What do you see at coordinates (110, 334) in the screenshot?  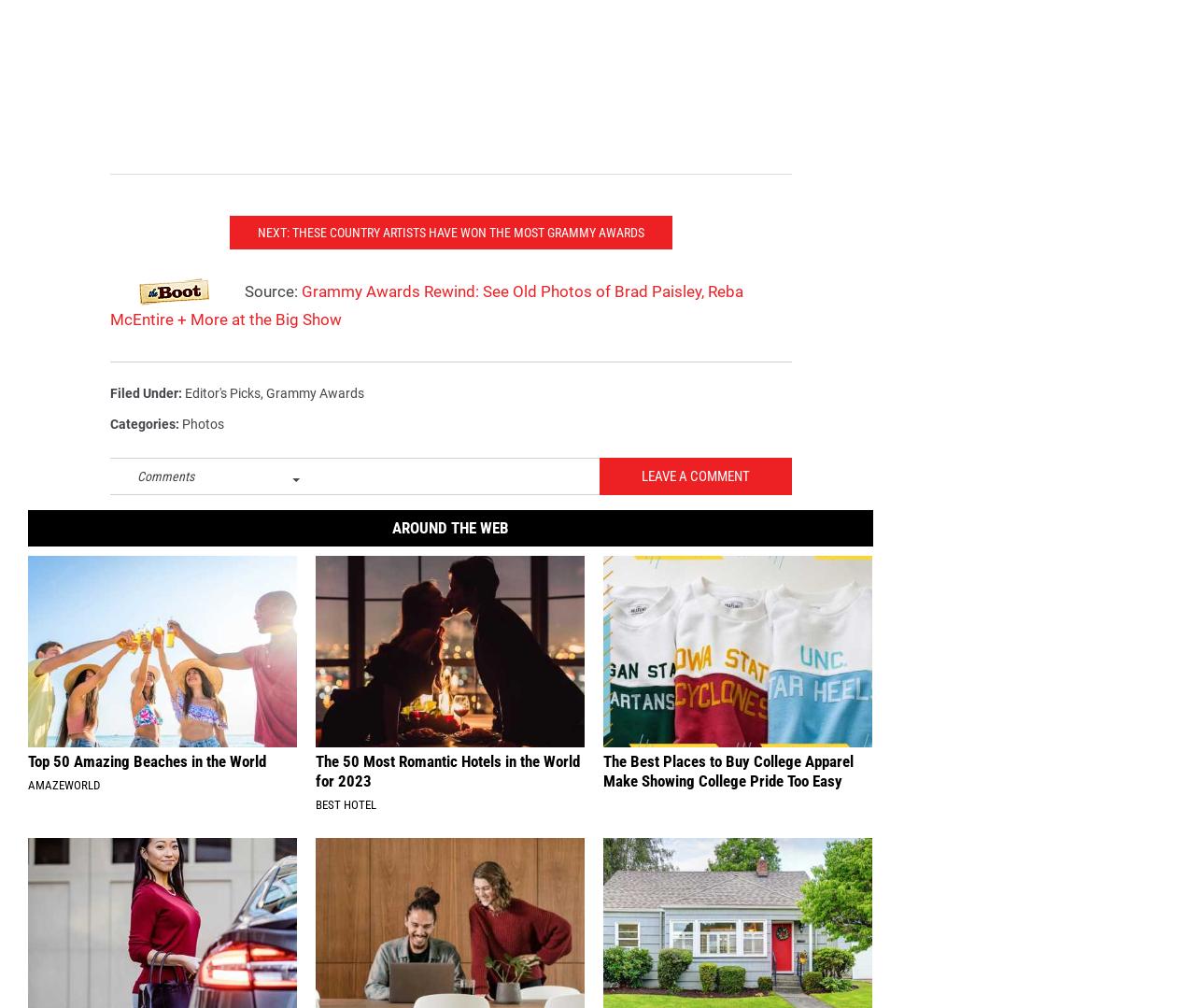 I see `'Grammy Awards Rewind: See Old Photos of Brad Paisley, Reba McEntire + More at the Big Show'` at bounding box center [110, 334].